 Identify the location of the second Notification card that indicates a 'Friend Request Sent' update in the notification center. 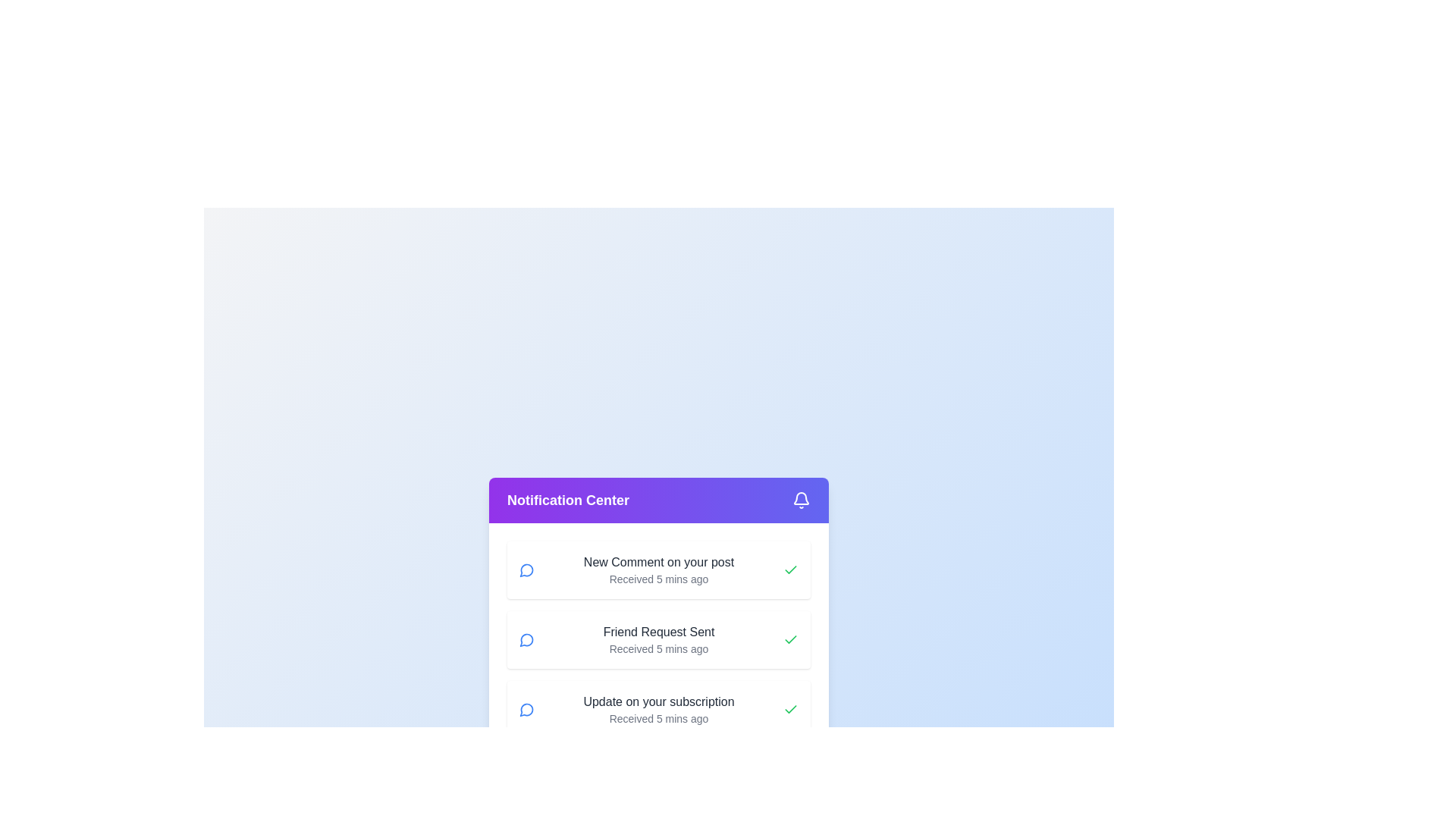
(658, 617).